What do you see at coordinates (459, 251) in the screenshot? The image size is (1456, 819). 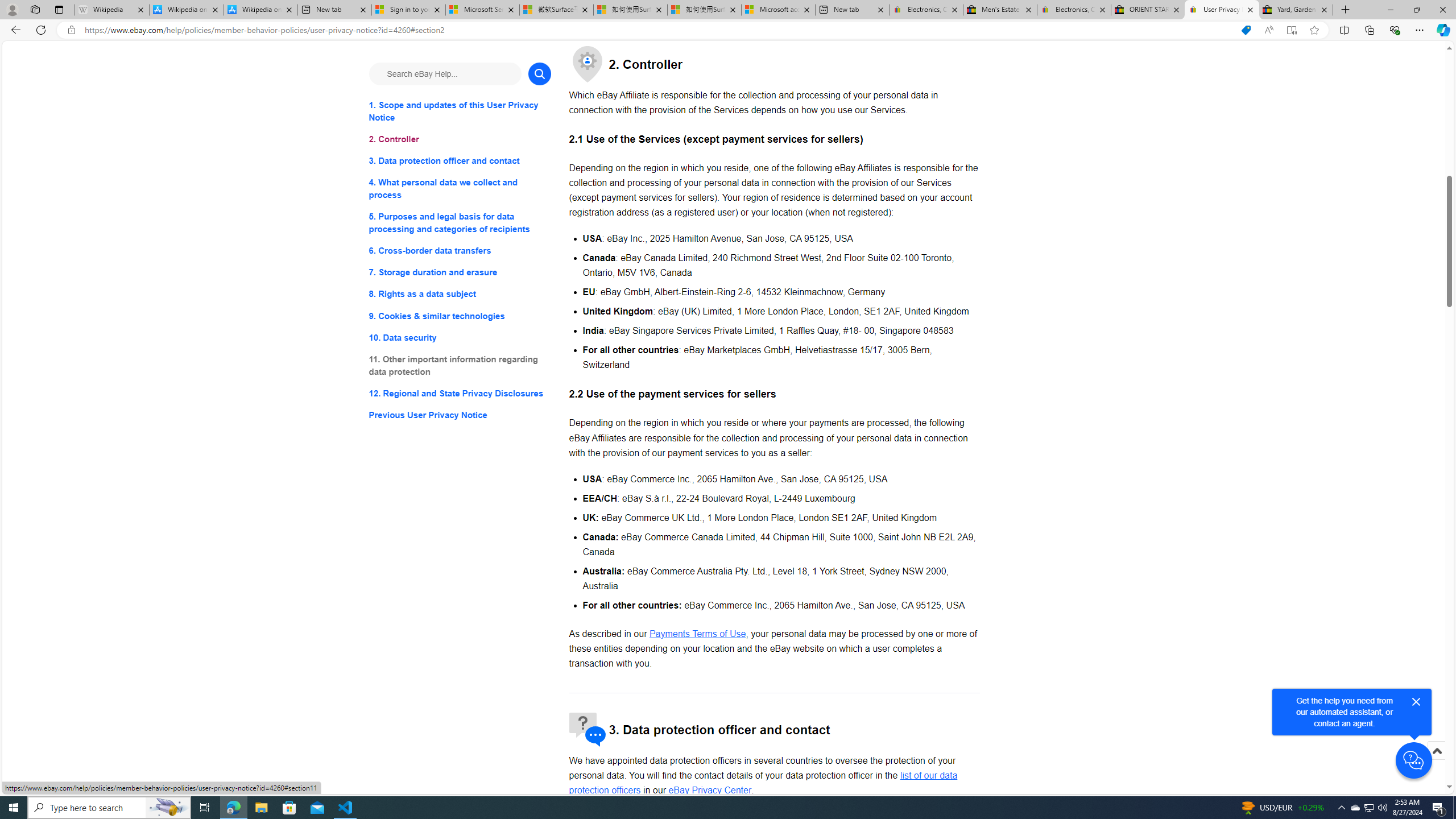 I see `'6. Cross-border data transfers'` at bounding box center [459, 251].